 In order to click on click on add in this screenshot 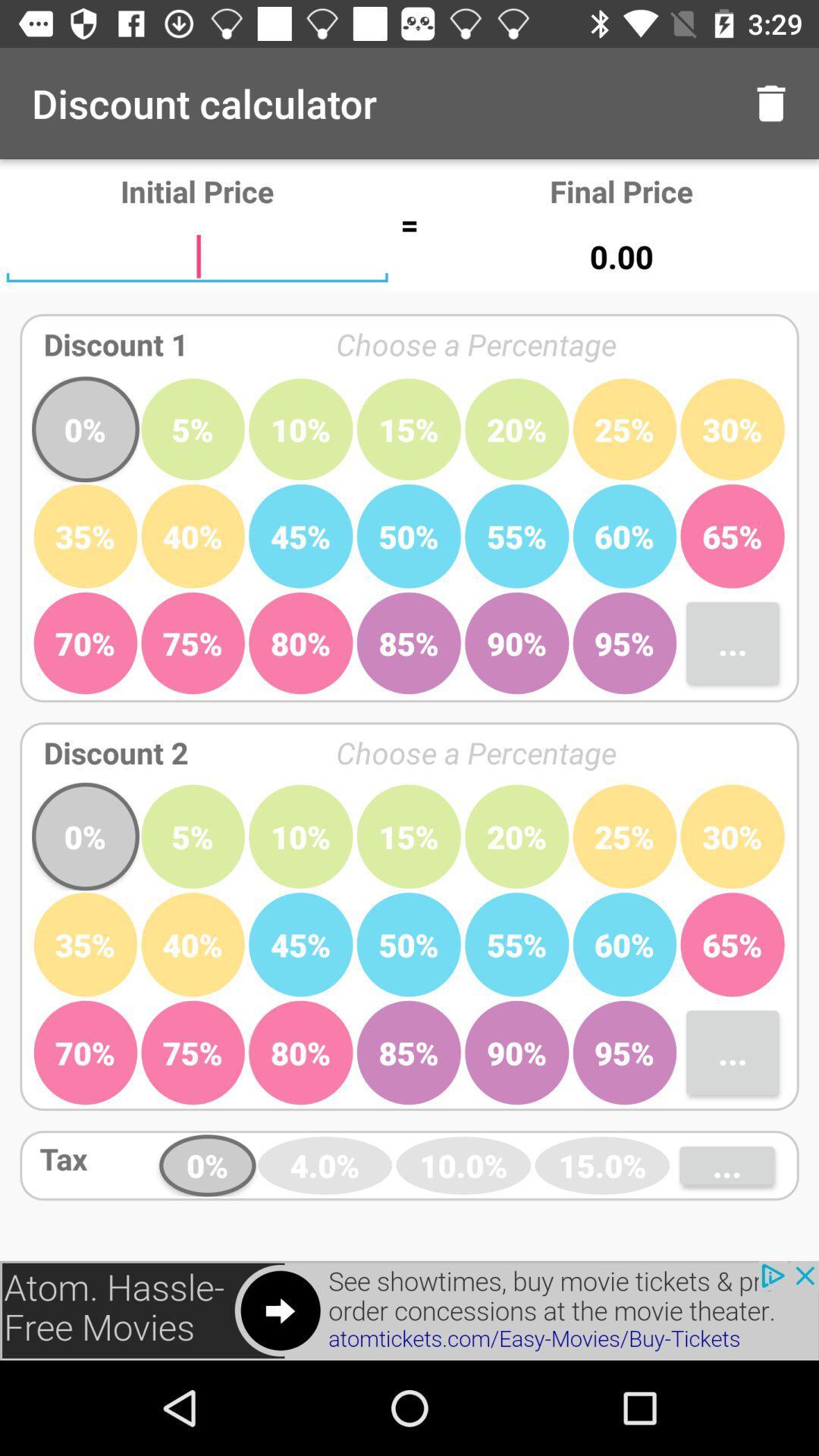, I will do `click(409, 1310)`.